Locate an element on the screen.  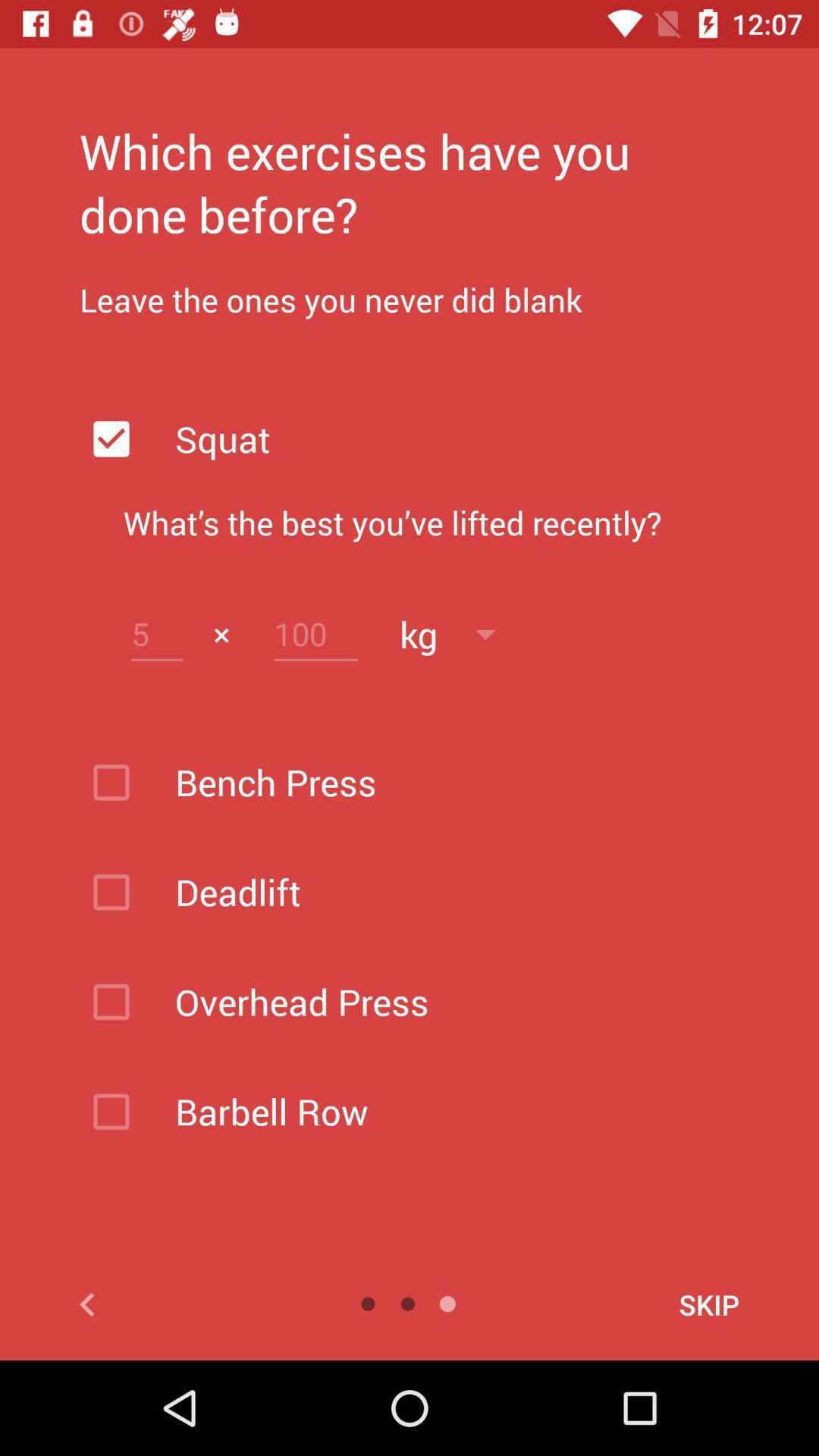
opens a text box for changing a value is located at coordinates (157, 634).